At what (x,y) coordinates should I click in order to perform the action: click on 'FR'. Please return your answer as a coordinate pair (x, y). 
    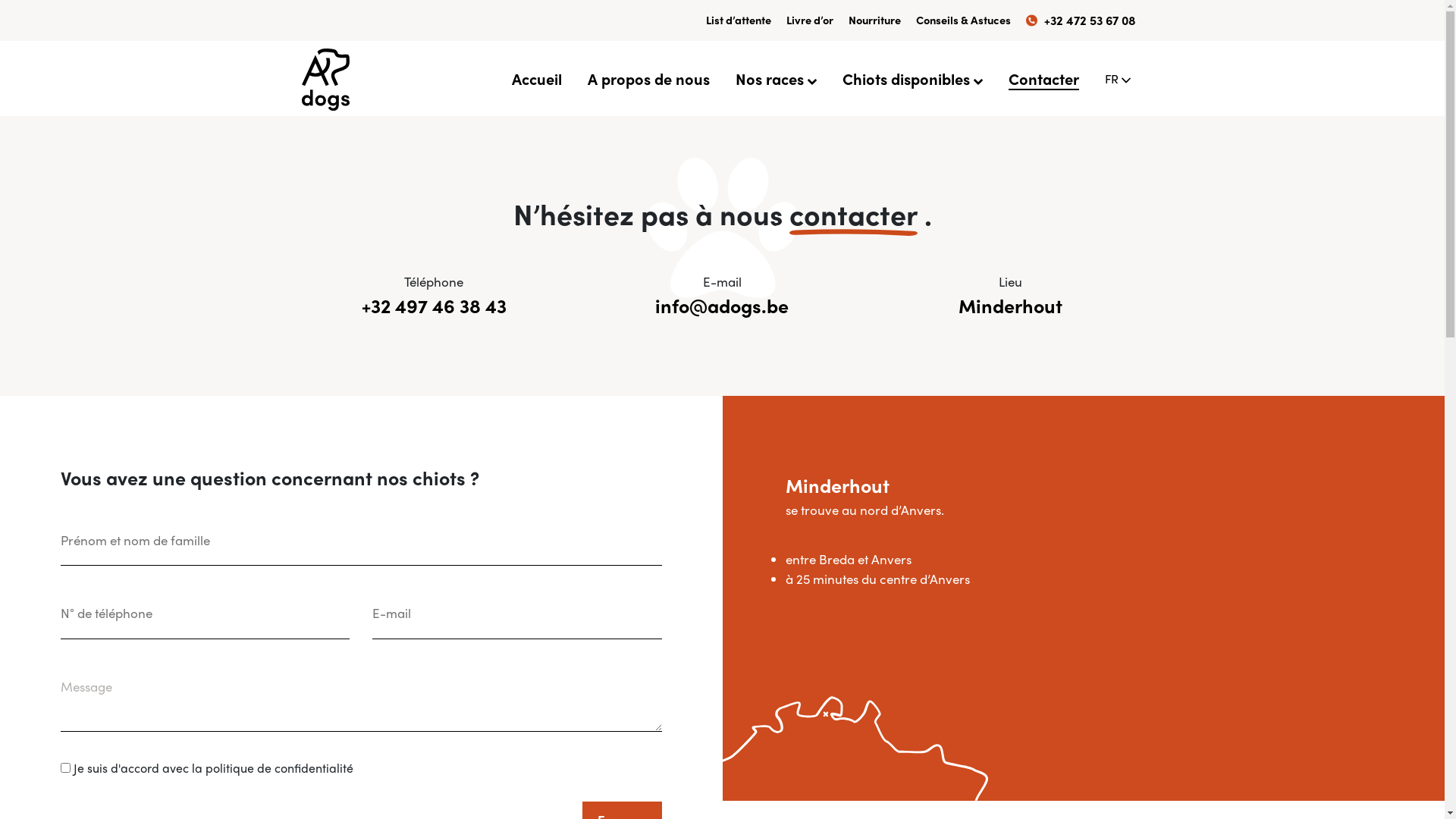
    Looking at the image, I should click on (1103, 78).